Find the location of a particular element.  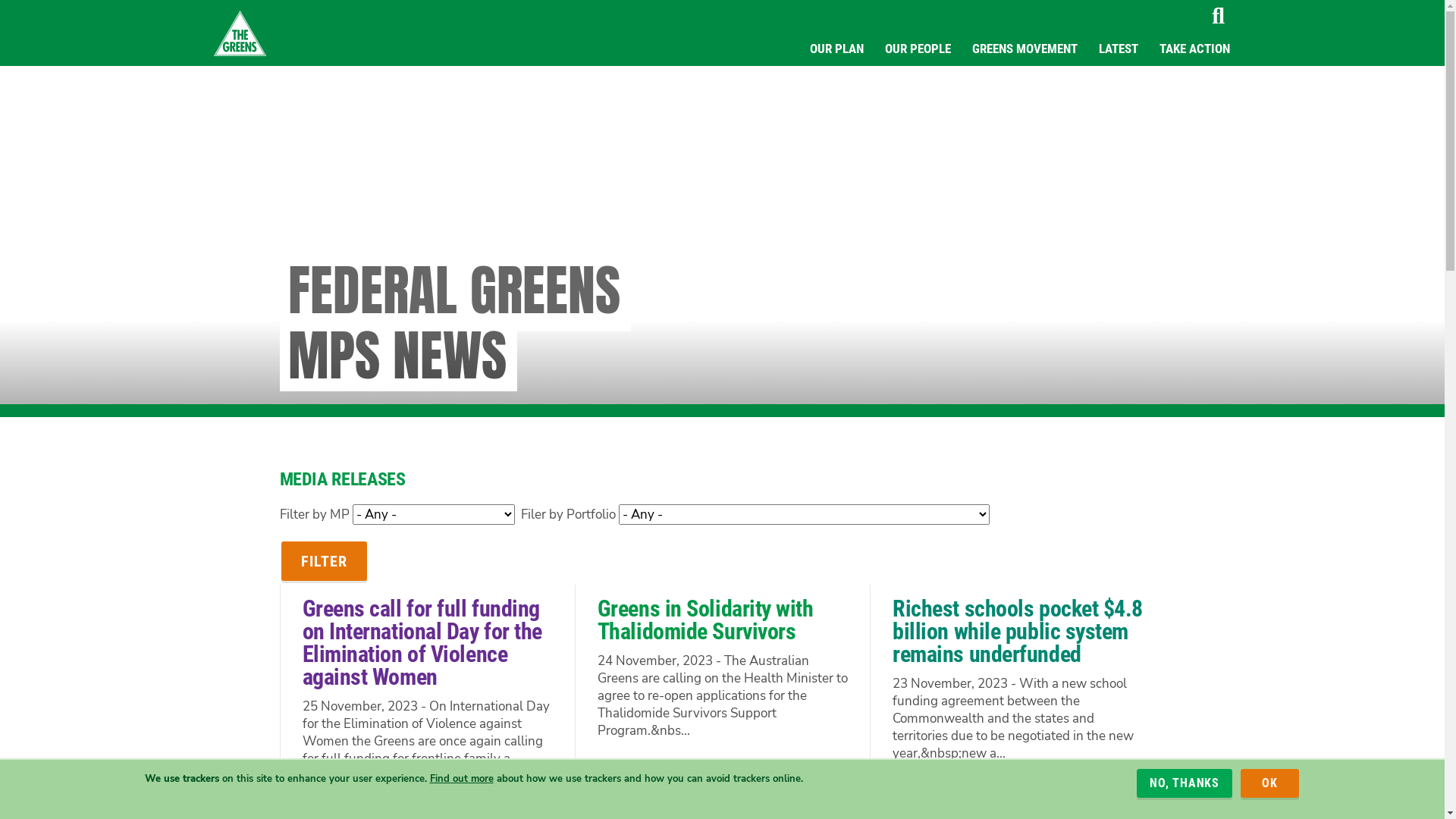

'OK' is located at coordinates (1269, 783).